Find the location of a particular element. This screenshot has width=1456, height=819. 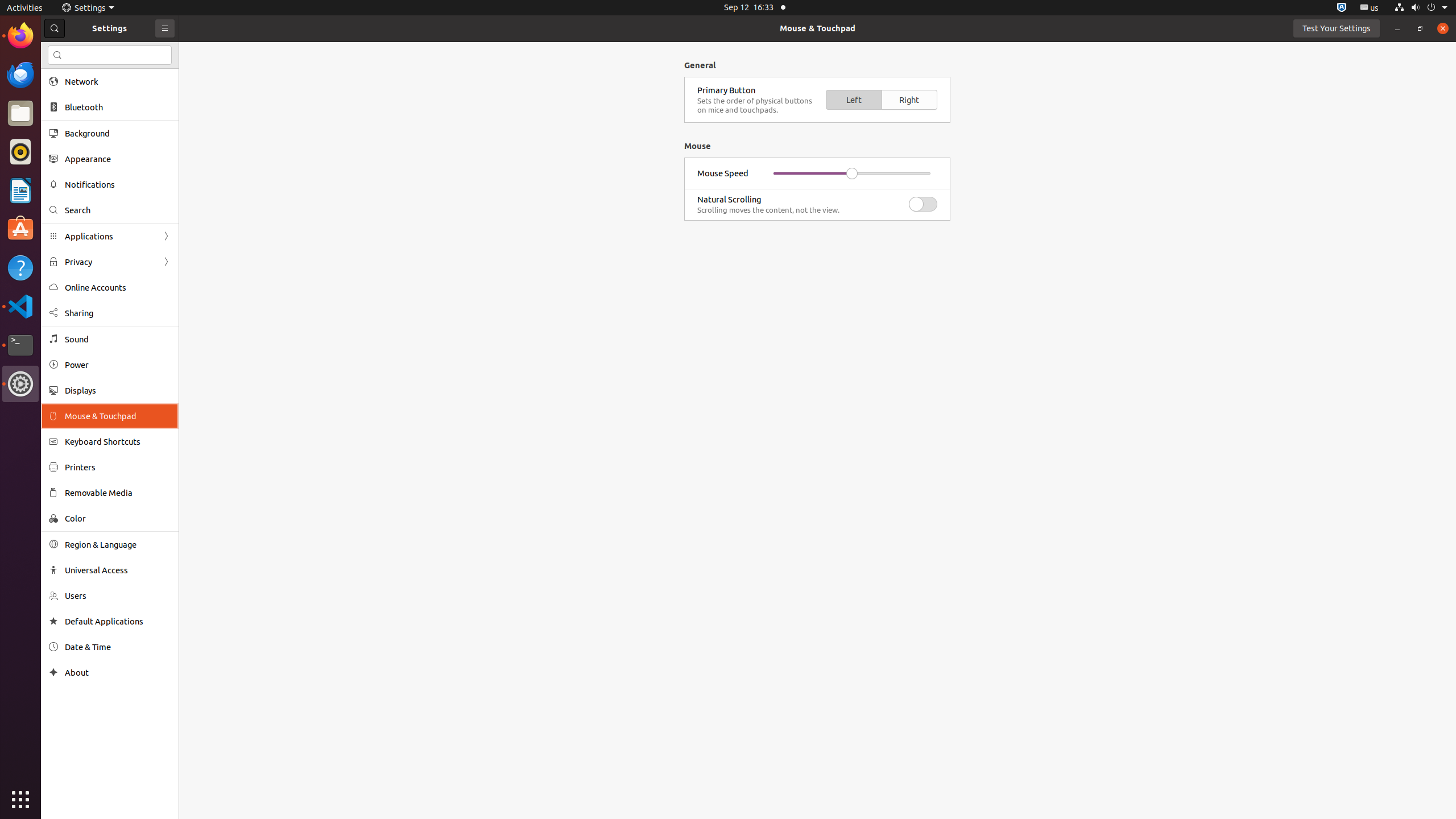

'Power' is located at coordinates (118, 364).